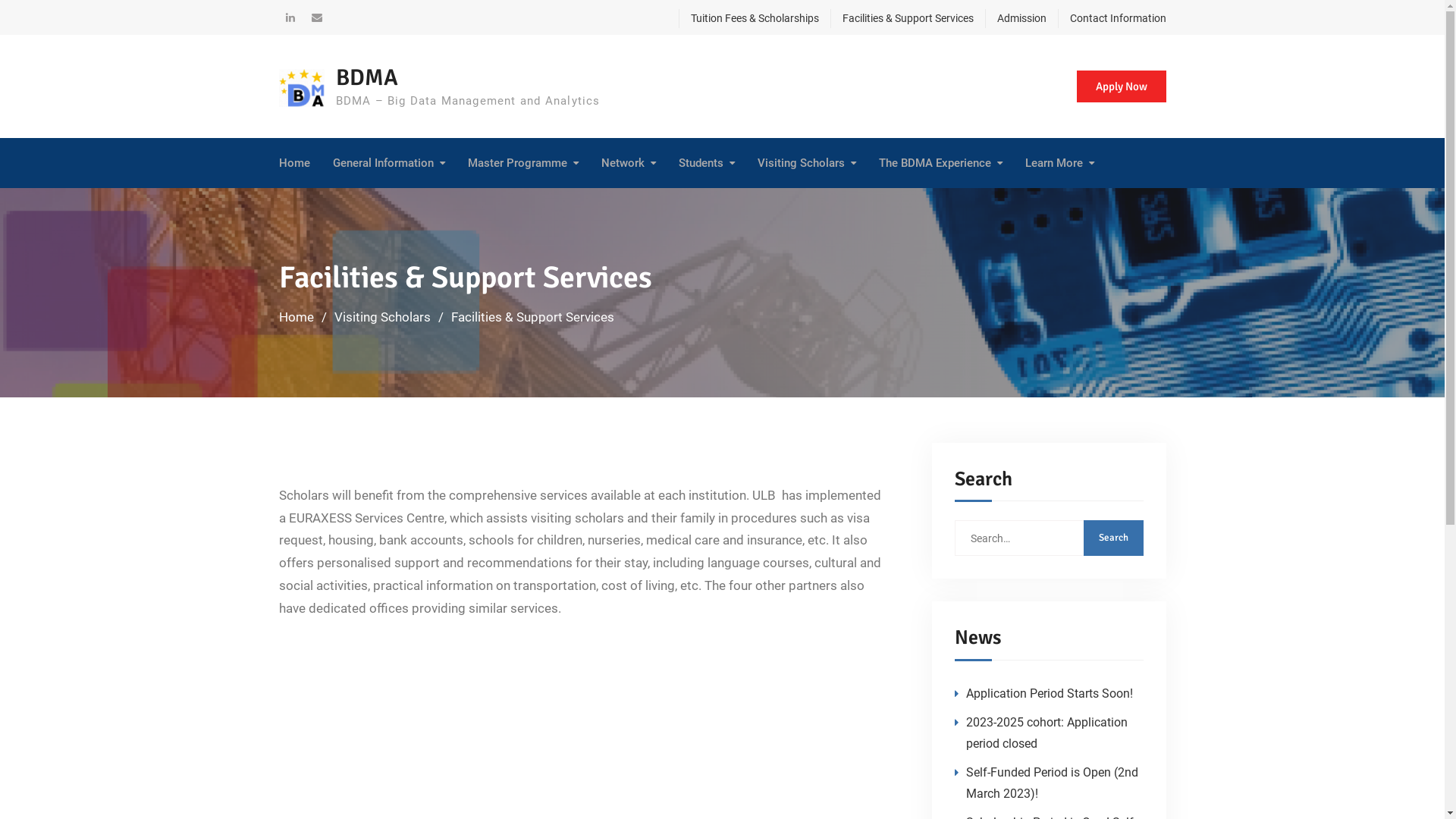 The image size is (1456, 819). What do you see at coordinates (381, 315) in the screenshot?
I see `'Visiting Scholars'` at bounding box center [381, 315].